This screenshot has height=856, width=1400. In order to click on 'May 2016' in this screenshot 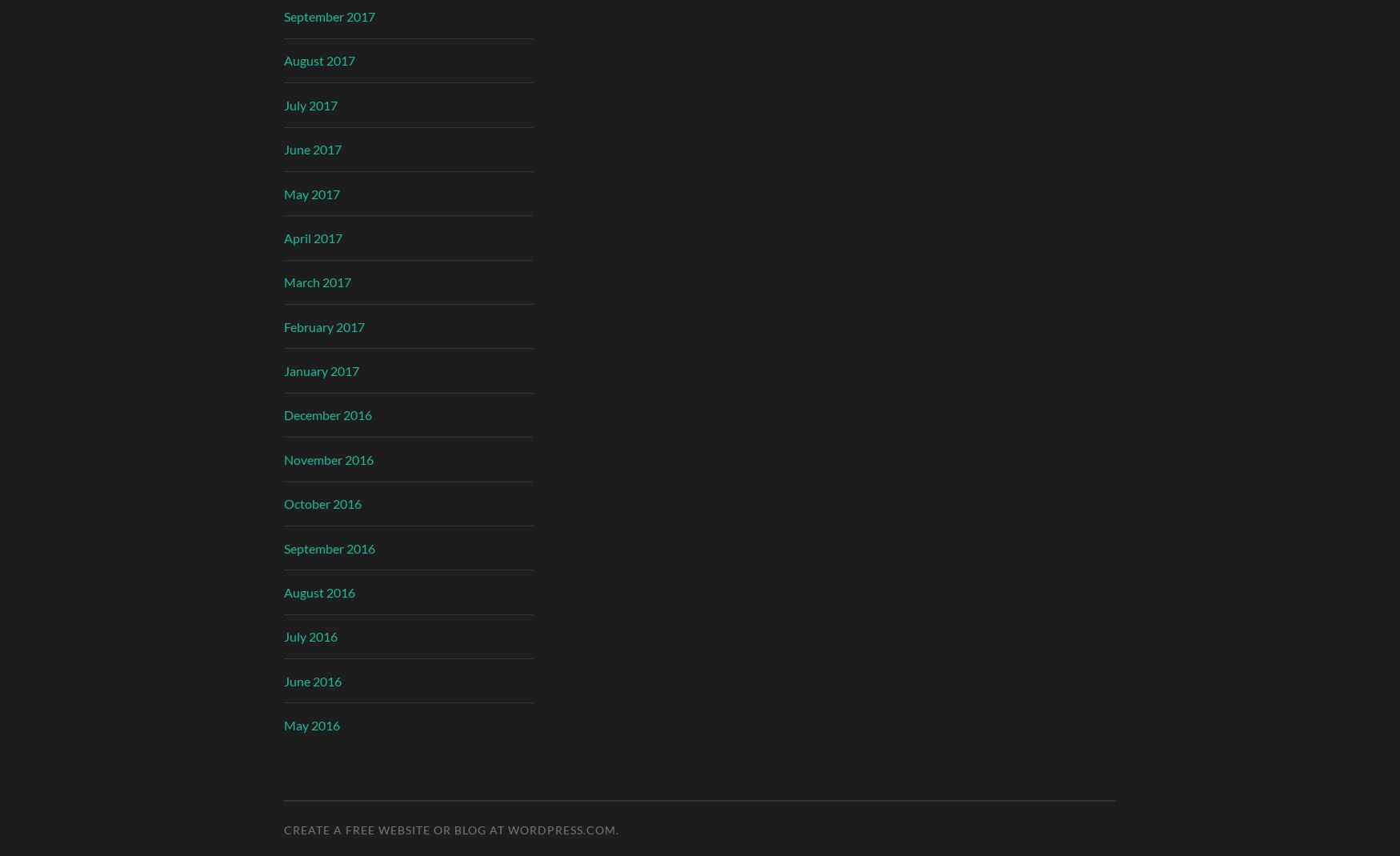, I will do `click(311, 724)`.